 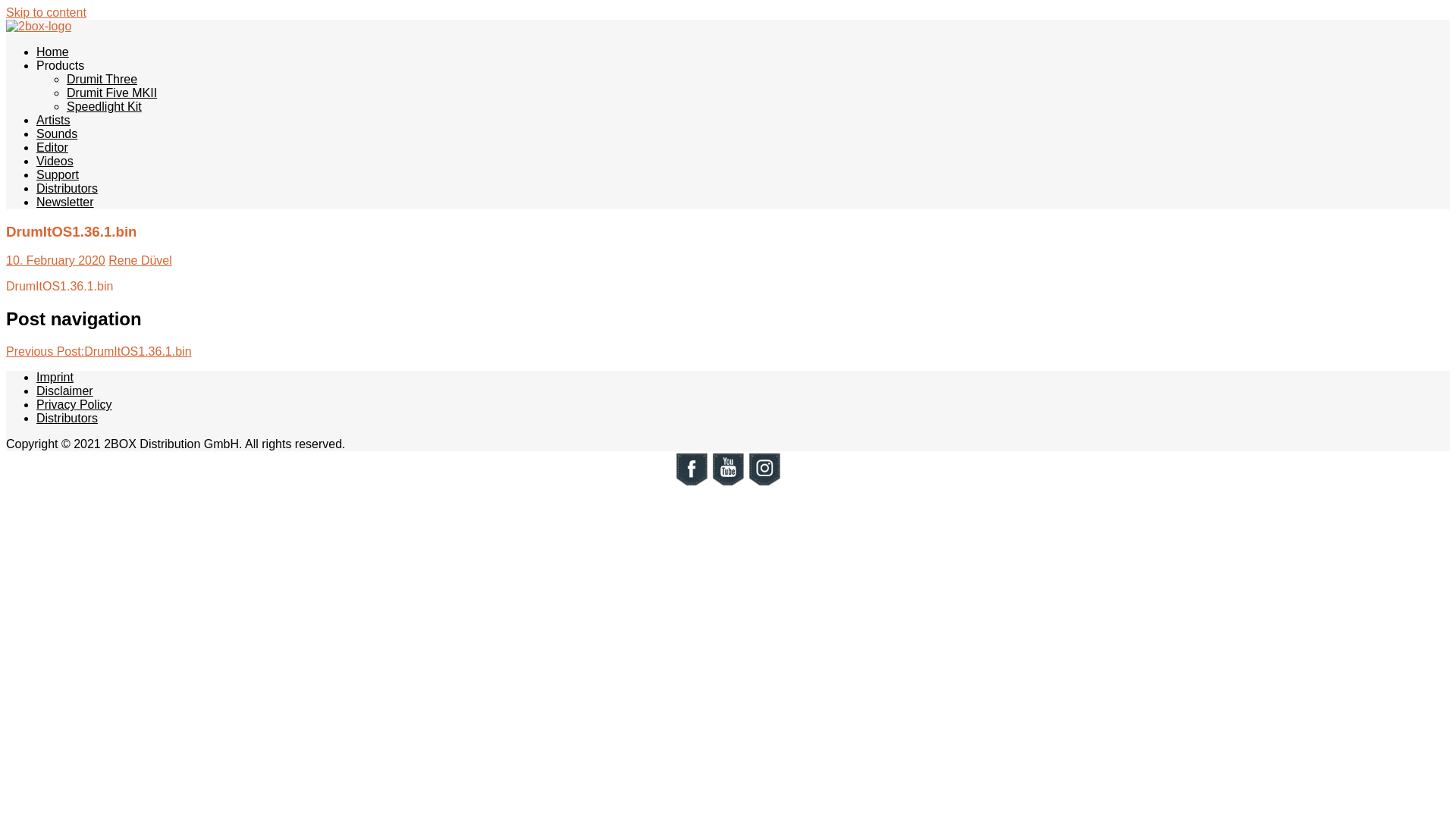 I want to click on 'Distributors', so click(x=66, y=187).